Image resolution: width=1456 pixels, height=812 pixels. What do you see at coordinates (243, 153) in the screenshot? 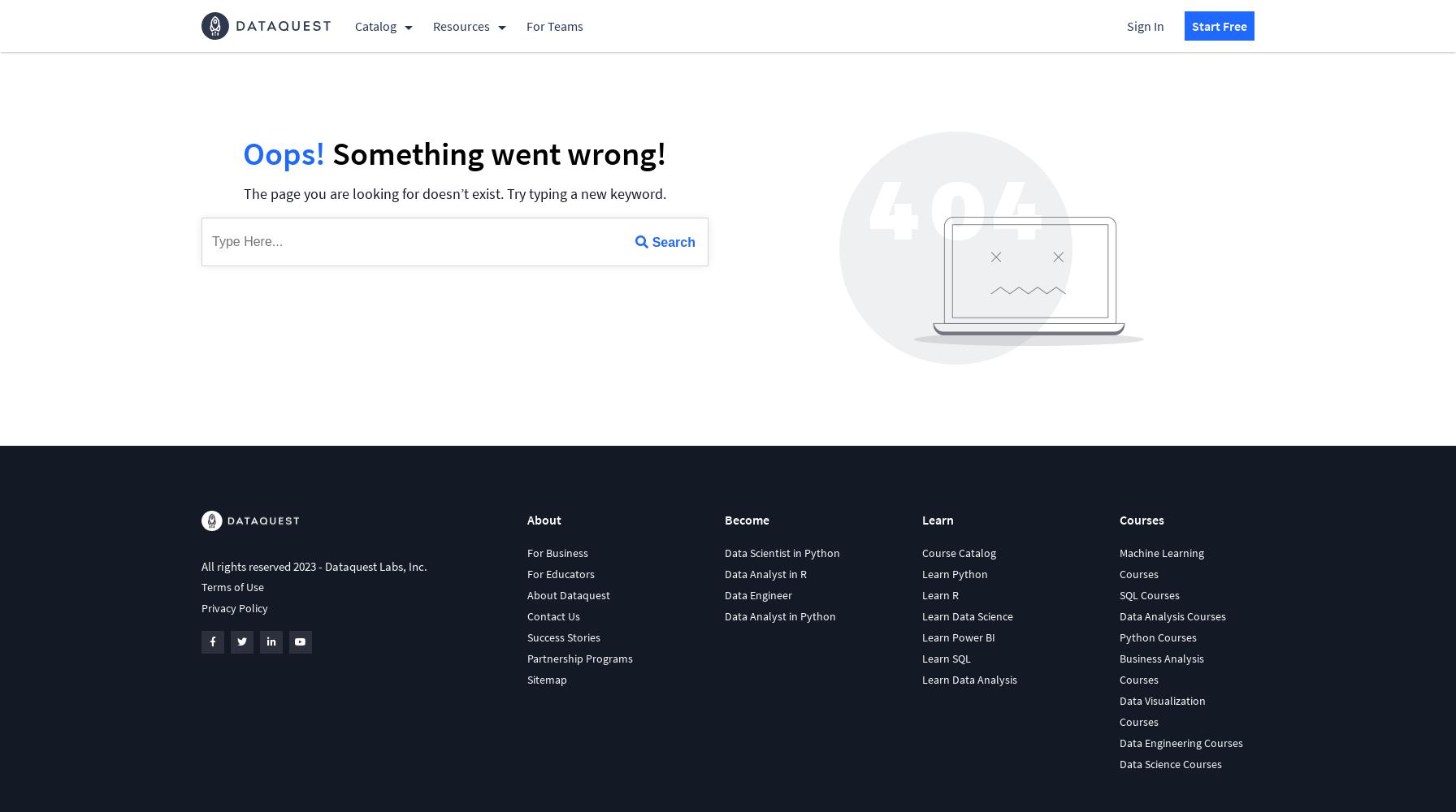
I see `'Oops!'` at bounding box center [243, 153].